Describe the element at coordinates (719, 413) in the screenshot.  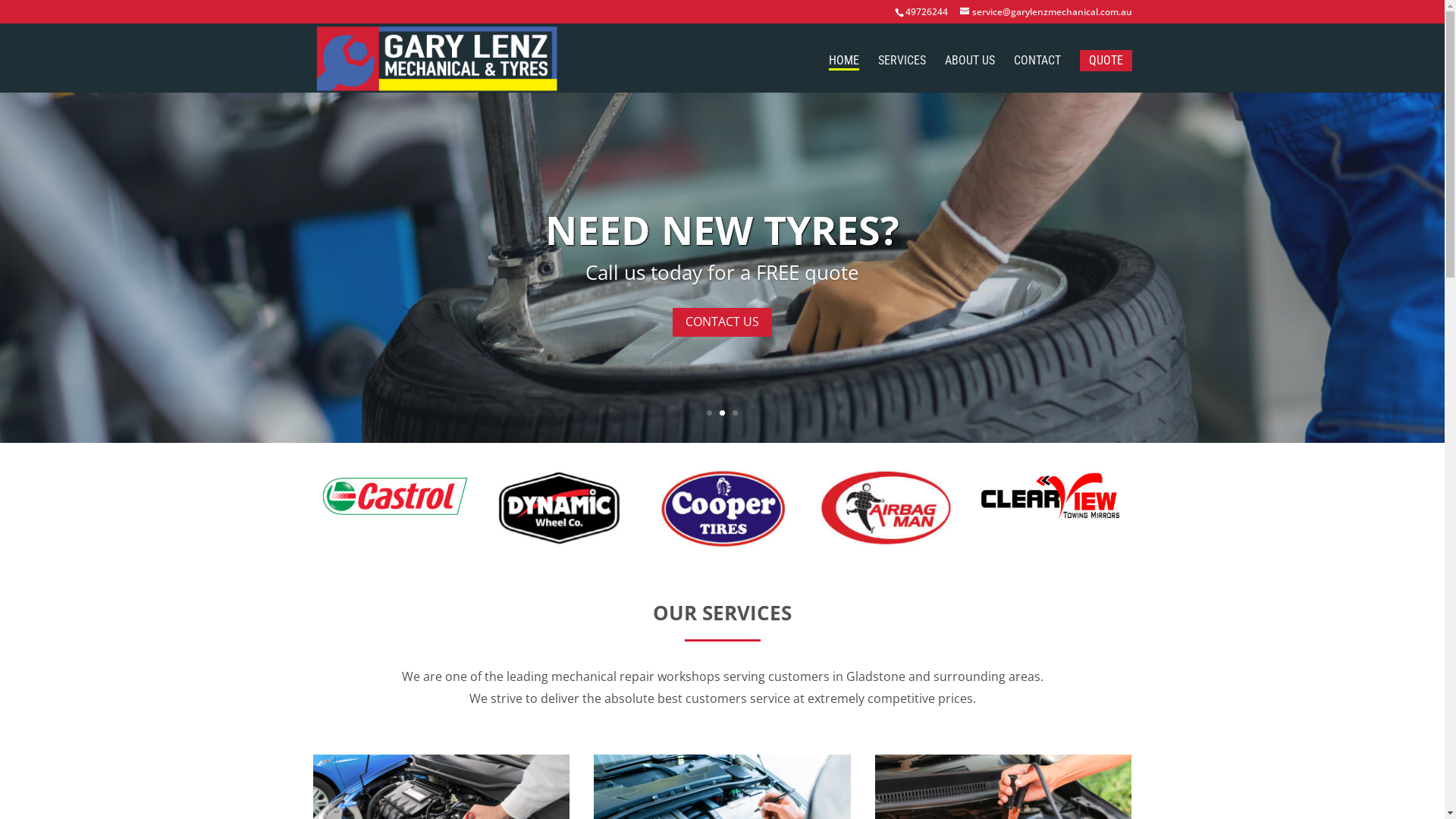
I see `'2'` at that location.